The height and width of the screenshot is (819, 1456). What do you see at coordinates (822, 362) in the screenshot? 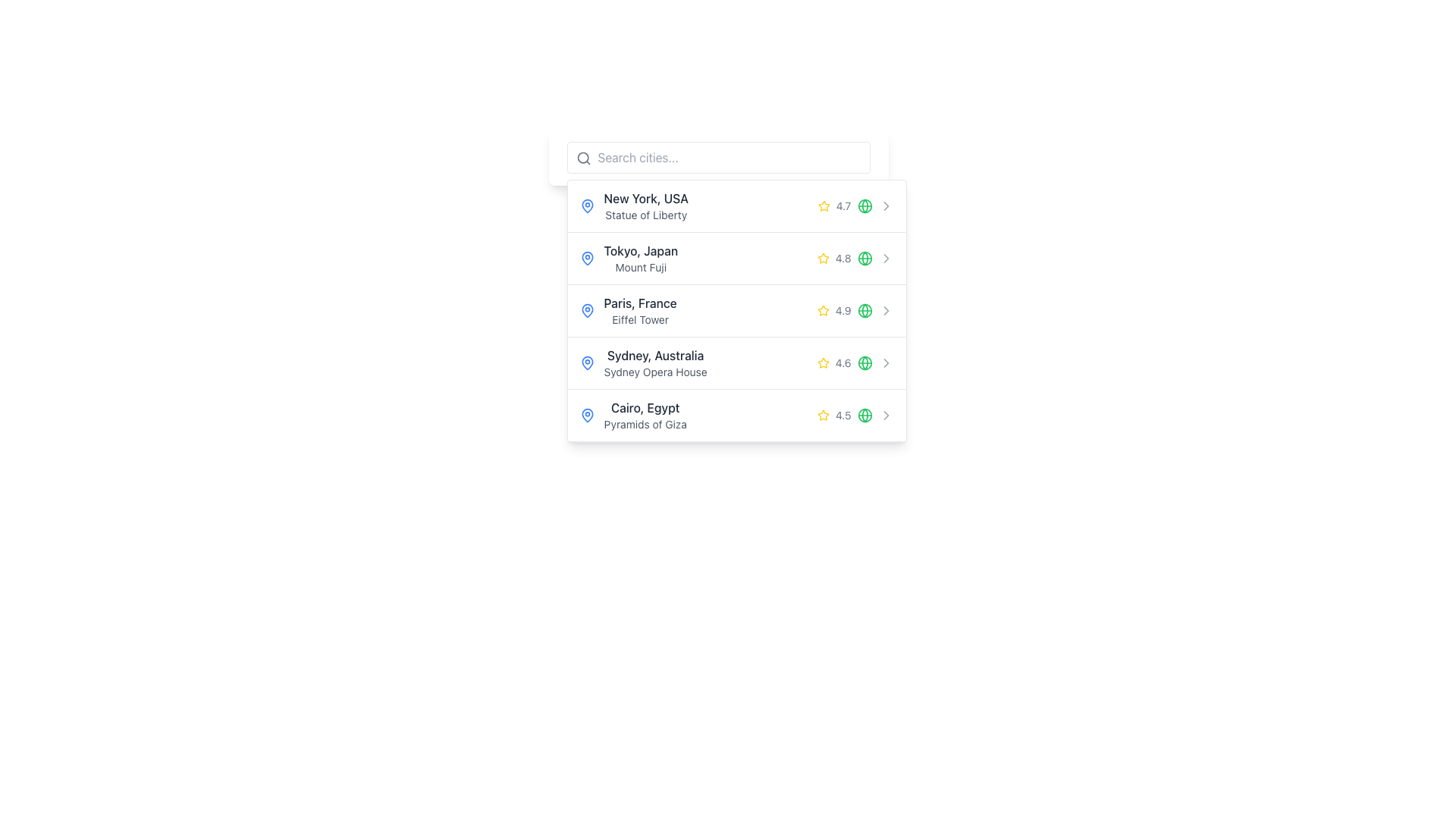
I see `the decorative icon representing a rating feature to the left of the rating value '4.6' for 'Sydney, Australia'` at bounding box center [822, 362].